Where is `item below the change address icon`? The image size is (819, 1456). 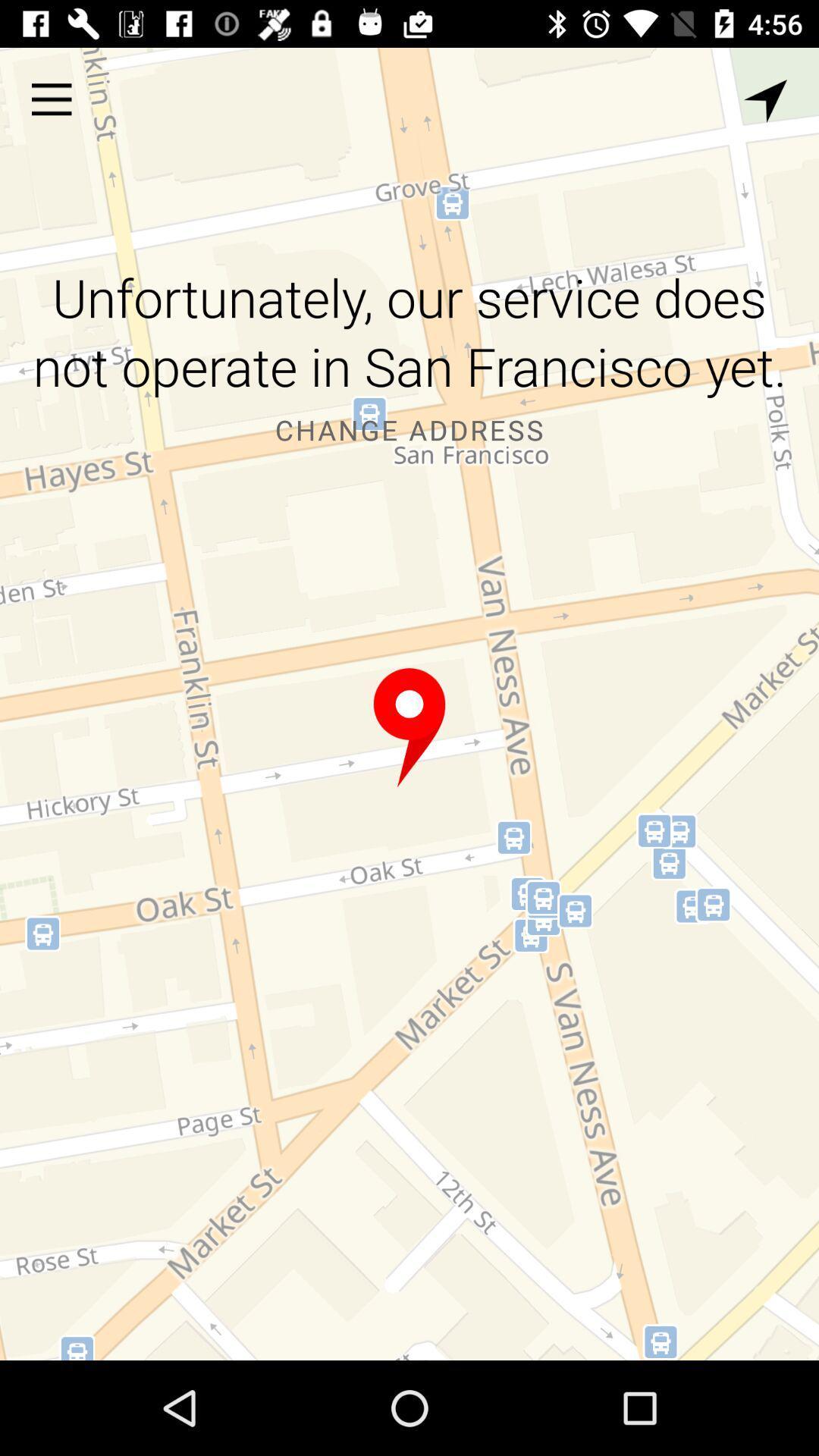 item below the change address icon is located at coordinates (409, 728).